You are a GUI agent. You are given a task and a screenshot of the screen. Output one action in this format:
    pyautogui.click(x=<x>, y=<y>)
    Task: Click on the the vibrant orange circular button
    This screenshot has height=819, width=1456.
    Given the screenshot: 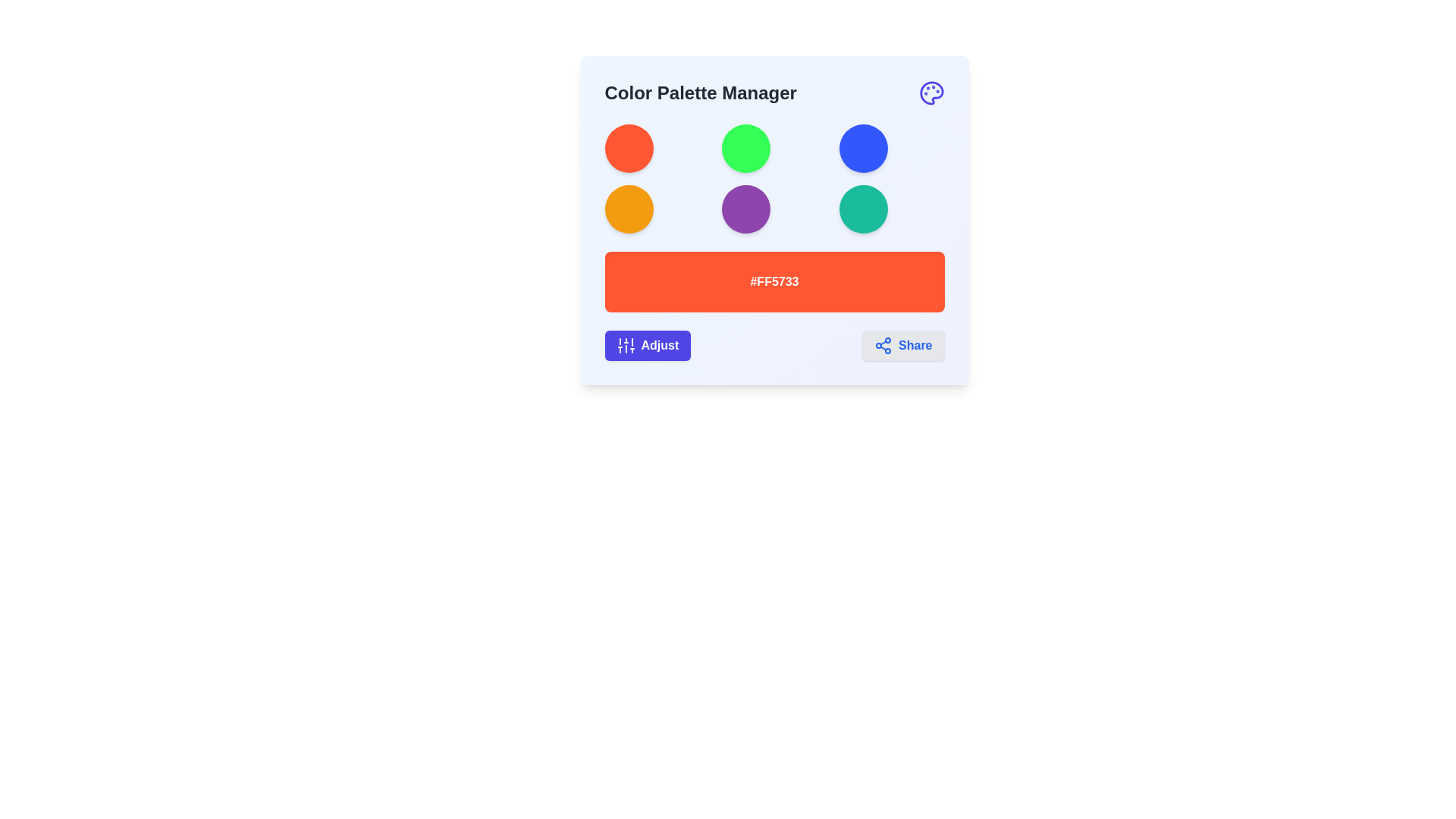 What is the action you would take?
    pyautogui.click(x=629, y=209)
    